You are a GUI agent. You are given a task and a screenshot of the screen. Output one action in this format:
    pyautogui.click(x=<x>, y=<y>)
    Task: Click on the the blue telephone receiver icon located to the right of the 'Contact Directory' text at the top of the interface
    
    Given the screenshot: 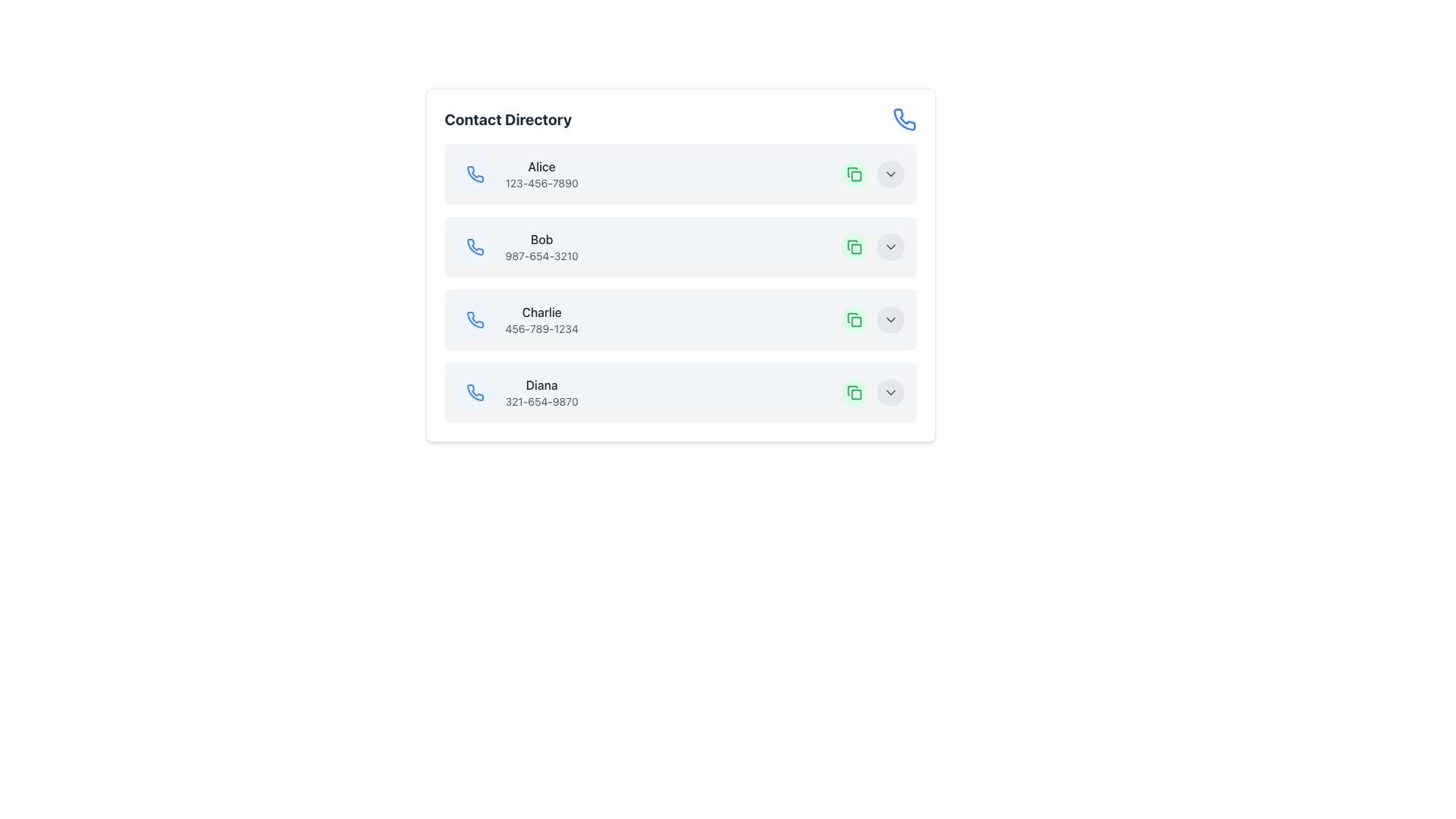 What is the action you would take?
    pyautogui.click(x=904, y=119)
    